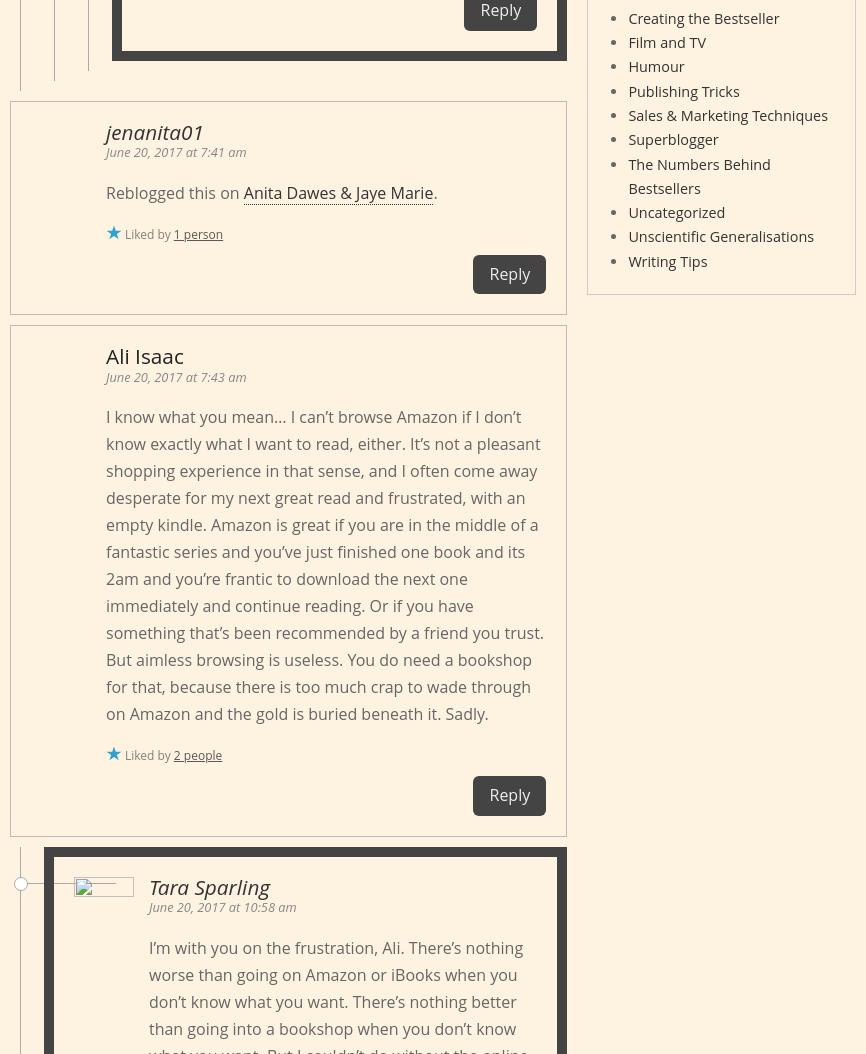  What do you see at coordinates (675, 212) in the screenshot?
I see `'Uncategorized'` at bounding box center [675, 212].